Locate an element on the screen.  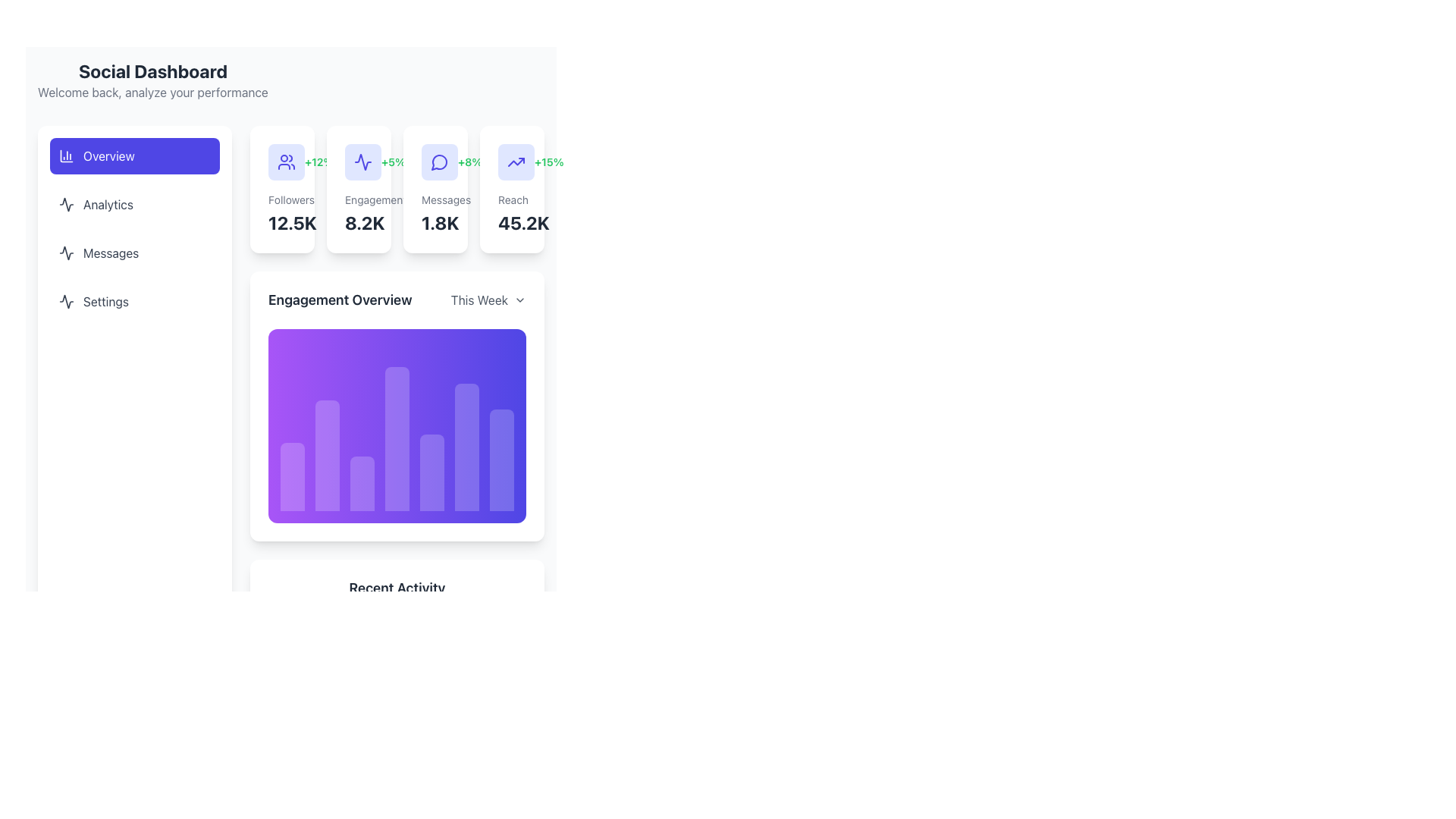
the first vertical rectangular bar with a rounded top in the 'Engagement Overview' chart, which is white with slight opacity and positioned to the far left is located at coordinates (292, 475).